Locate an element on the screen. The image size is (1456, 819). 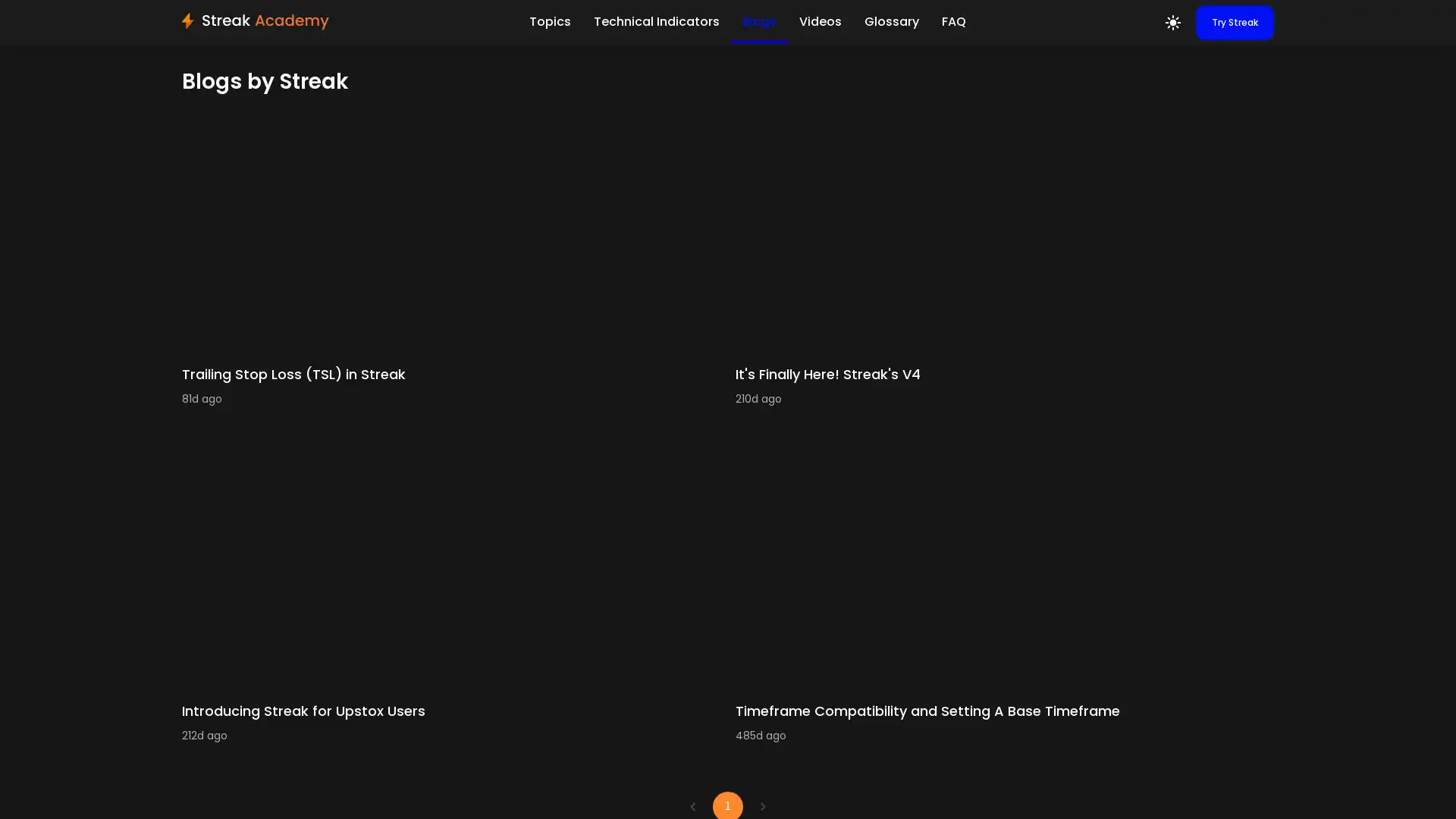
Videos is located at coordinates (818, 20).